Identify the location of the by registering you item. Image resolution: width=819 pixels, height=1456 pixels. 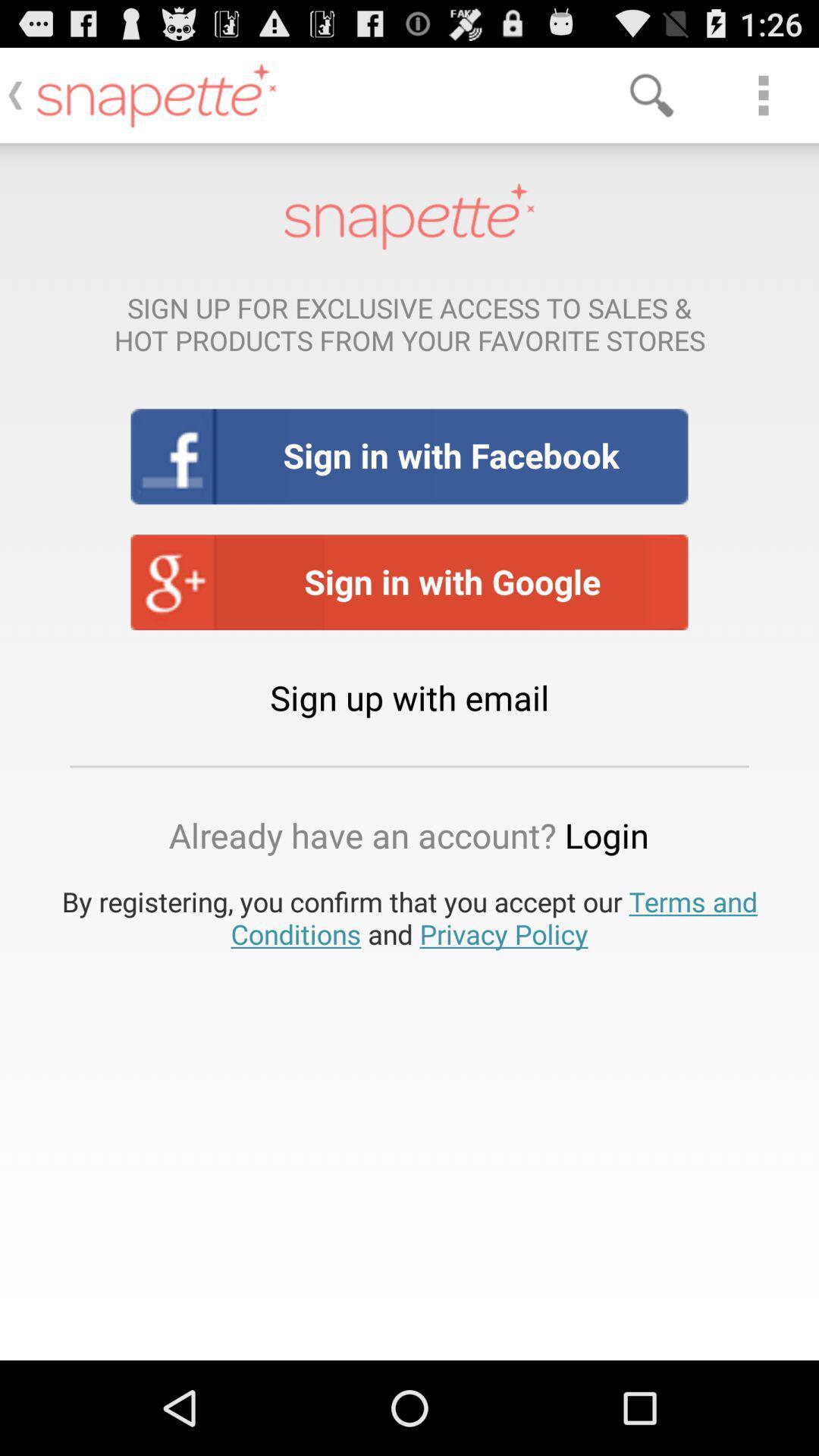
(409, 917).